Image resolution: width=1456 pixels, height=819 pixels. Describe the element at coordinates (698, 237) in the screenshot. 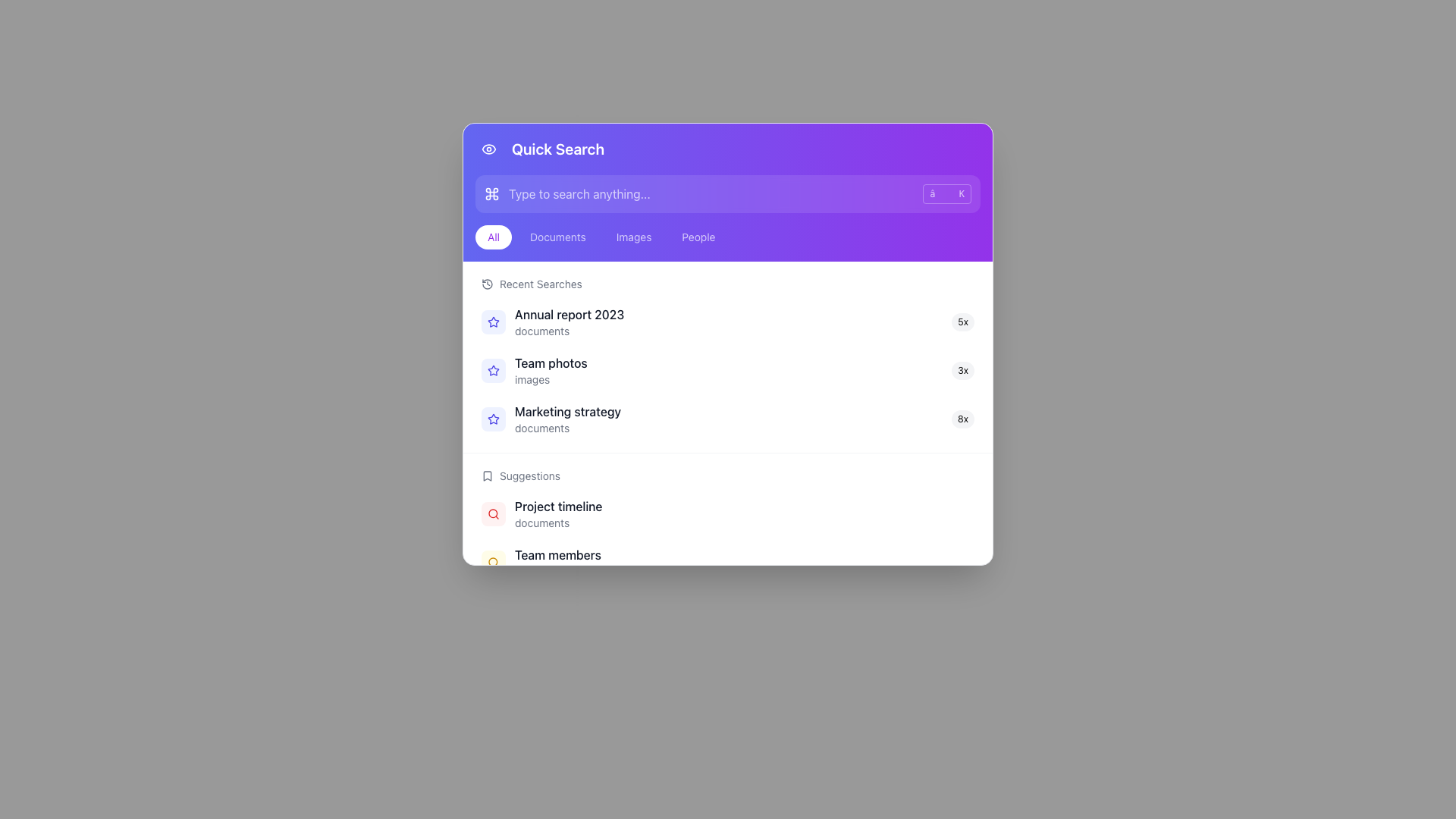

I see `the horizontally elongated purple button with rounded edges labeled 'People'` at that location.